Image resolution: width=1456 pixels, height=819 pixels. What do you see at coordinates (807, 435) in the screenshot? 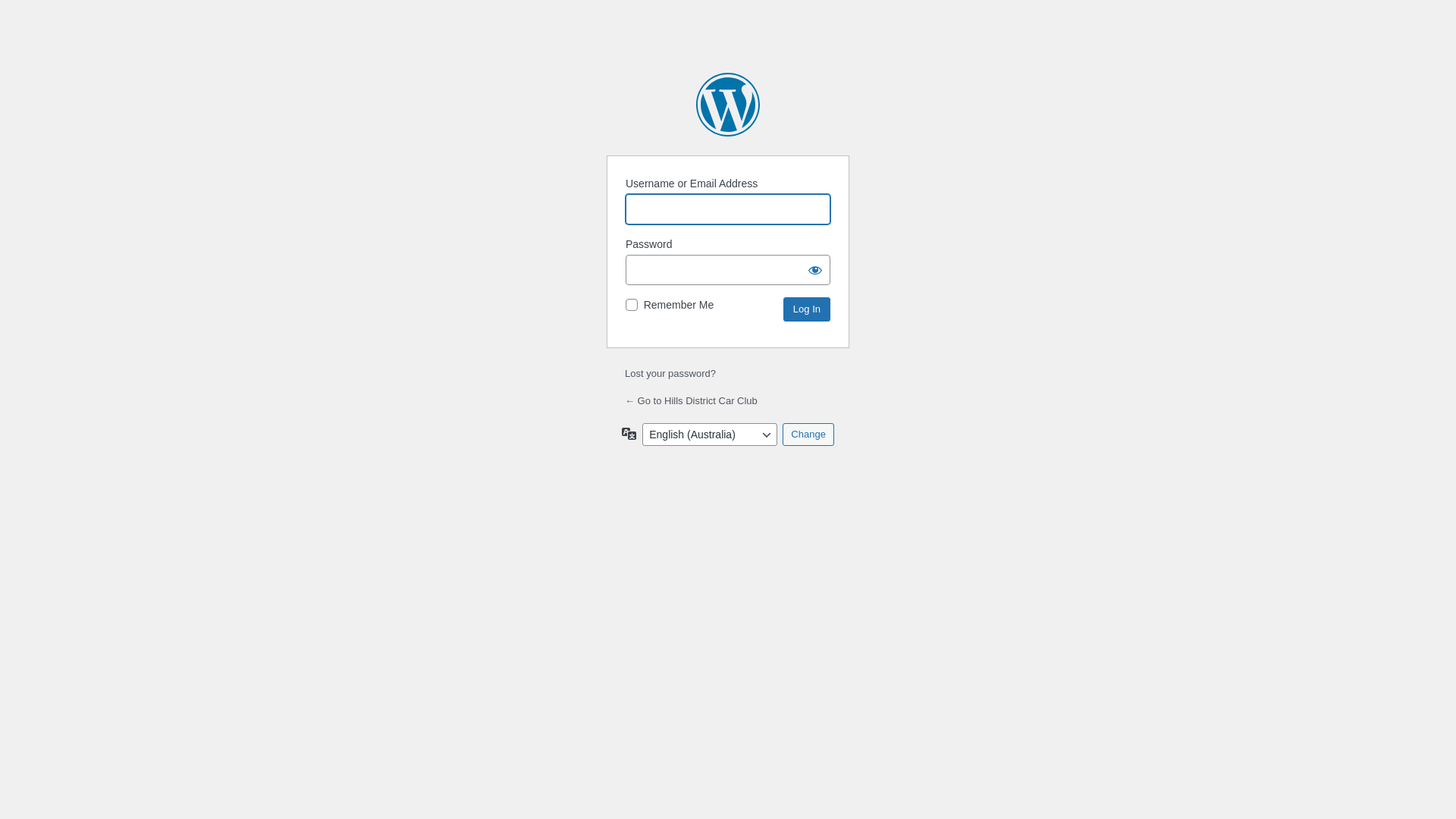
I see `'Change'` at bounding box center [807, 435].